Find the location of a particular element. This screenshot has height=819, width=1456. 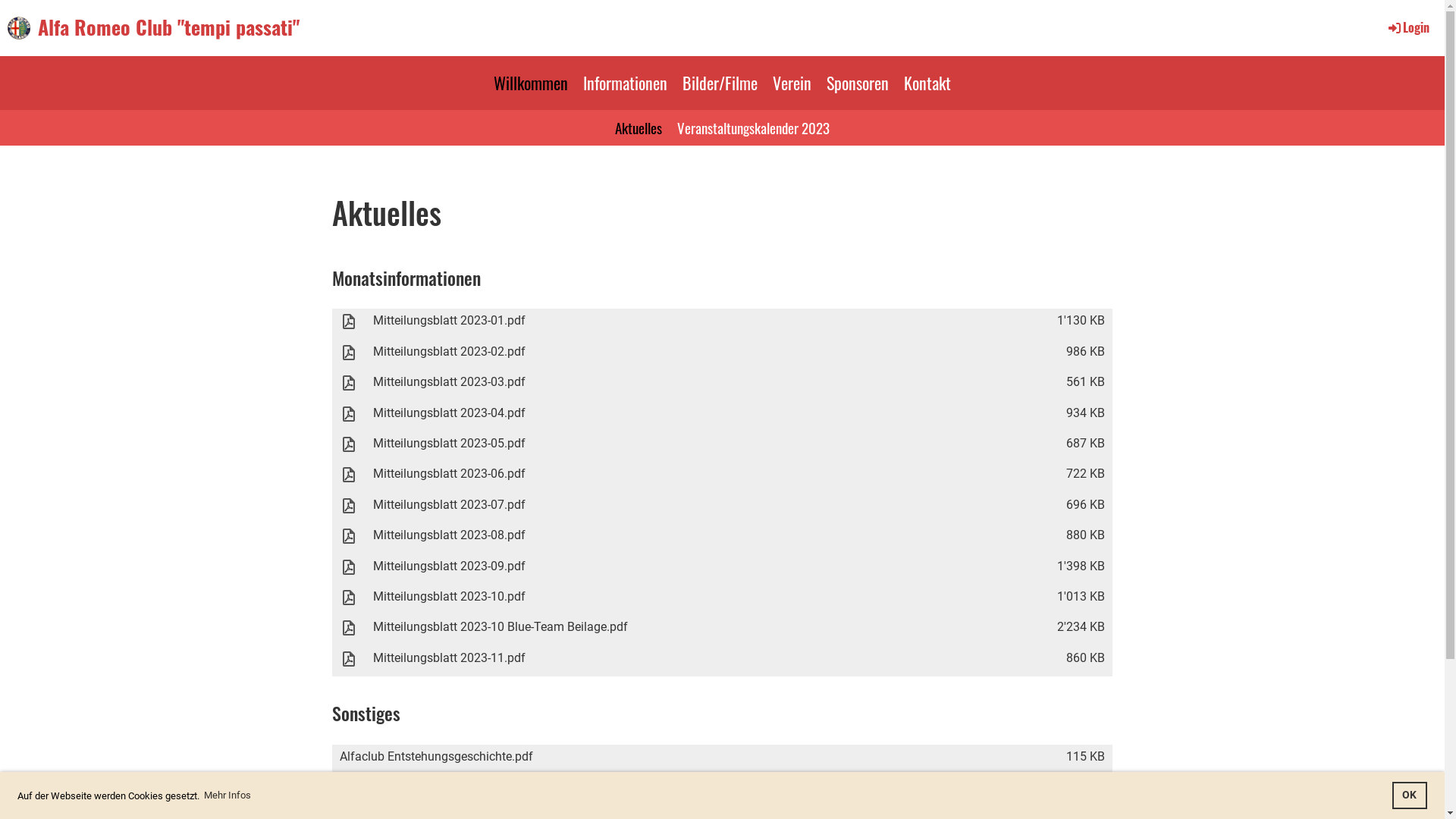

'Sponsoren' is located at coordinates (858, 83).